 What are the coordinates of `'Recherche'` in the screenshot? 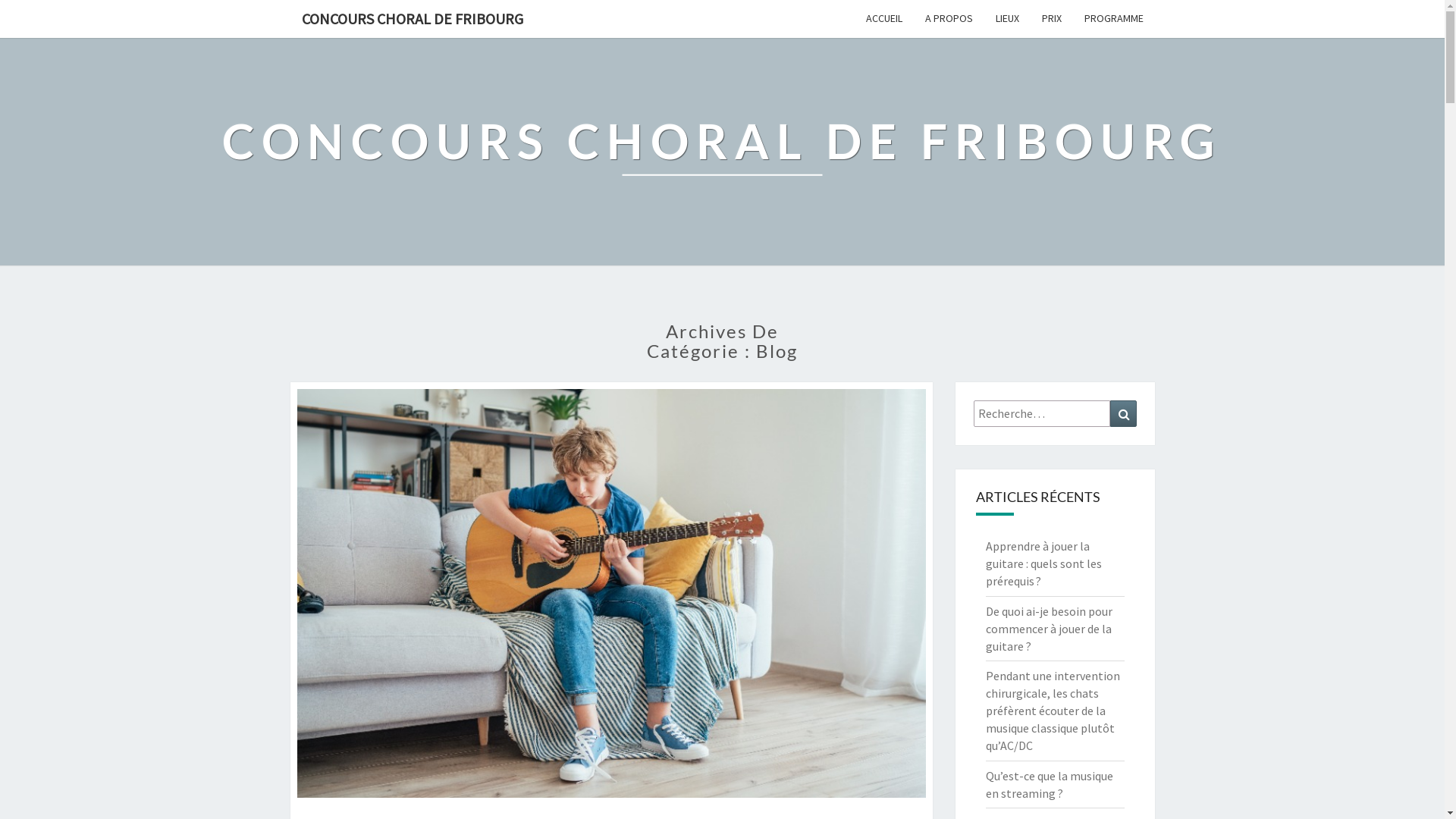 It's located at (1123, 413).